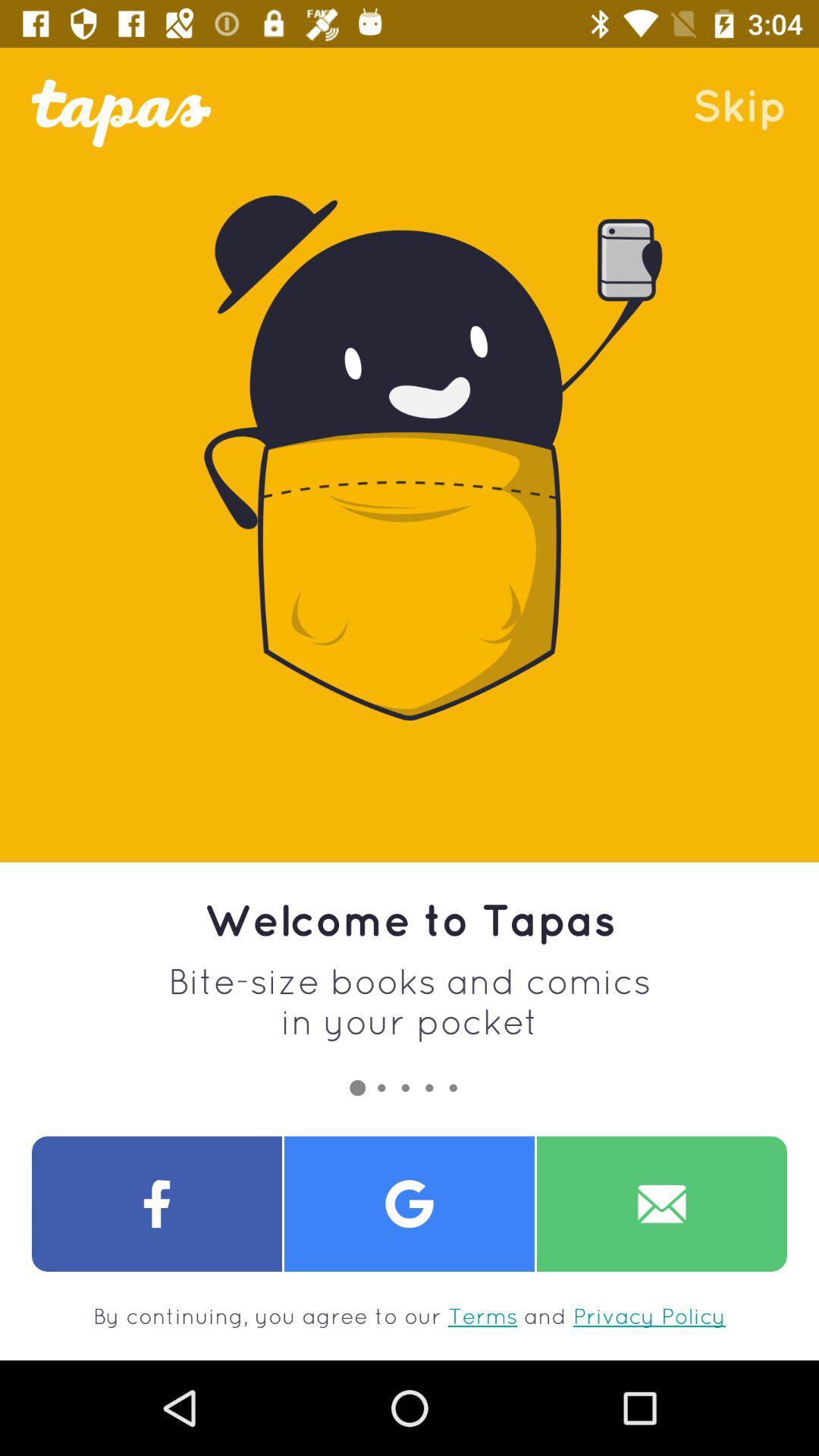  Describe the element at coordinates (661, 1203) in the screenshot. I see `login by using email` at that location.